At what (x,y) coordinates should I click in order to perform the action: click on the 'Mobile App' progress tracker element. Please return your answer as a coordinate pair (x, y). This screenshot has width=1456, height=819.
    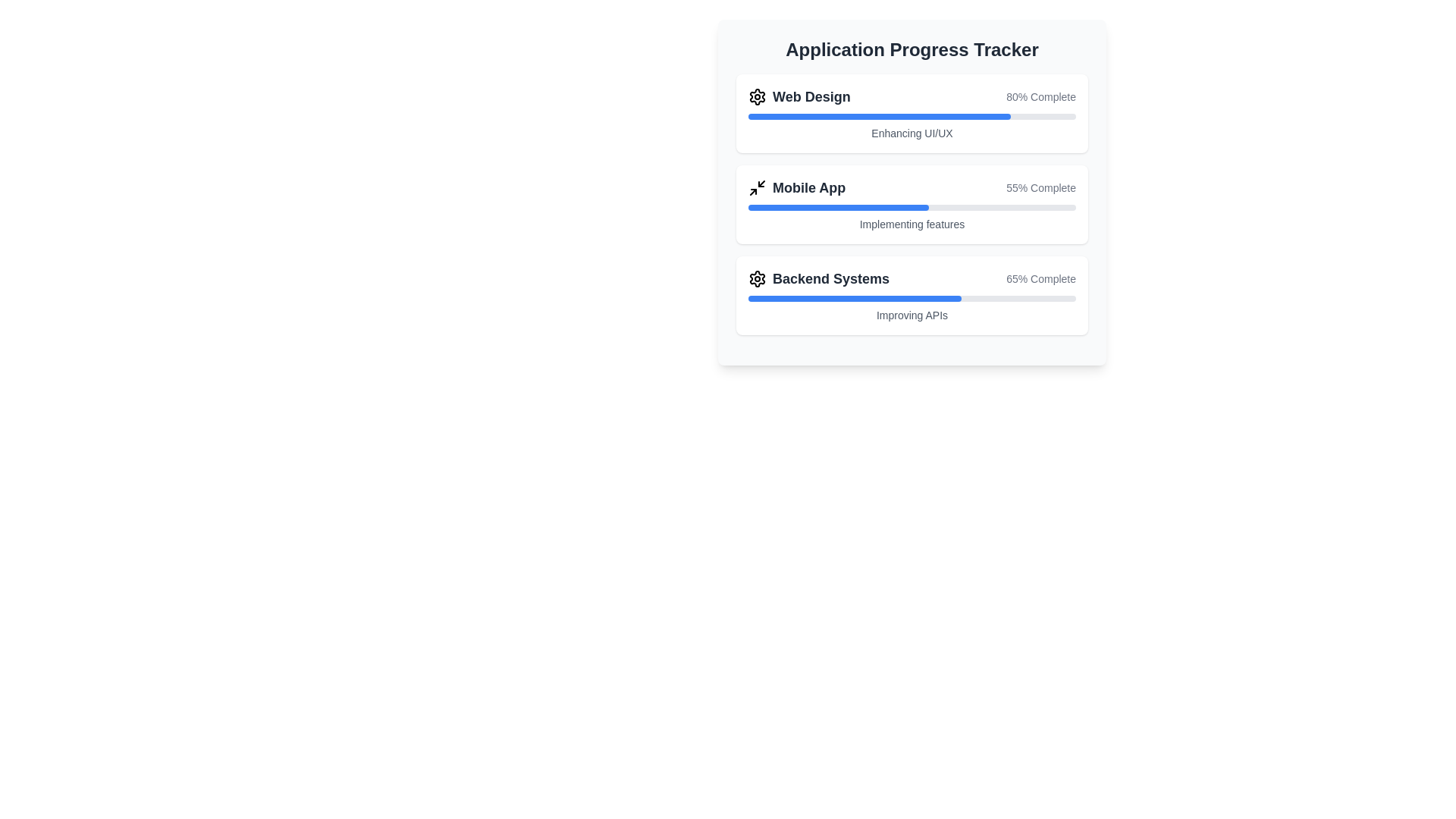
    Looking at the image, I should click on (912, 187).